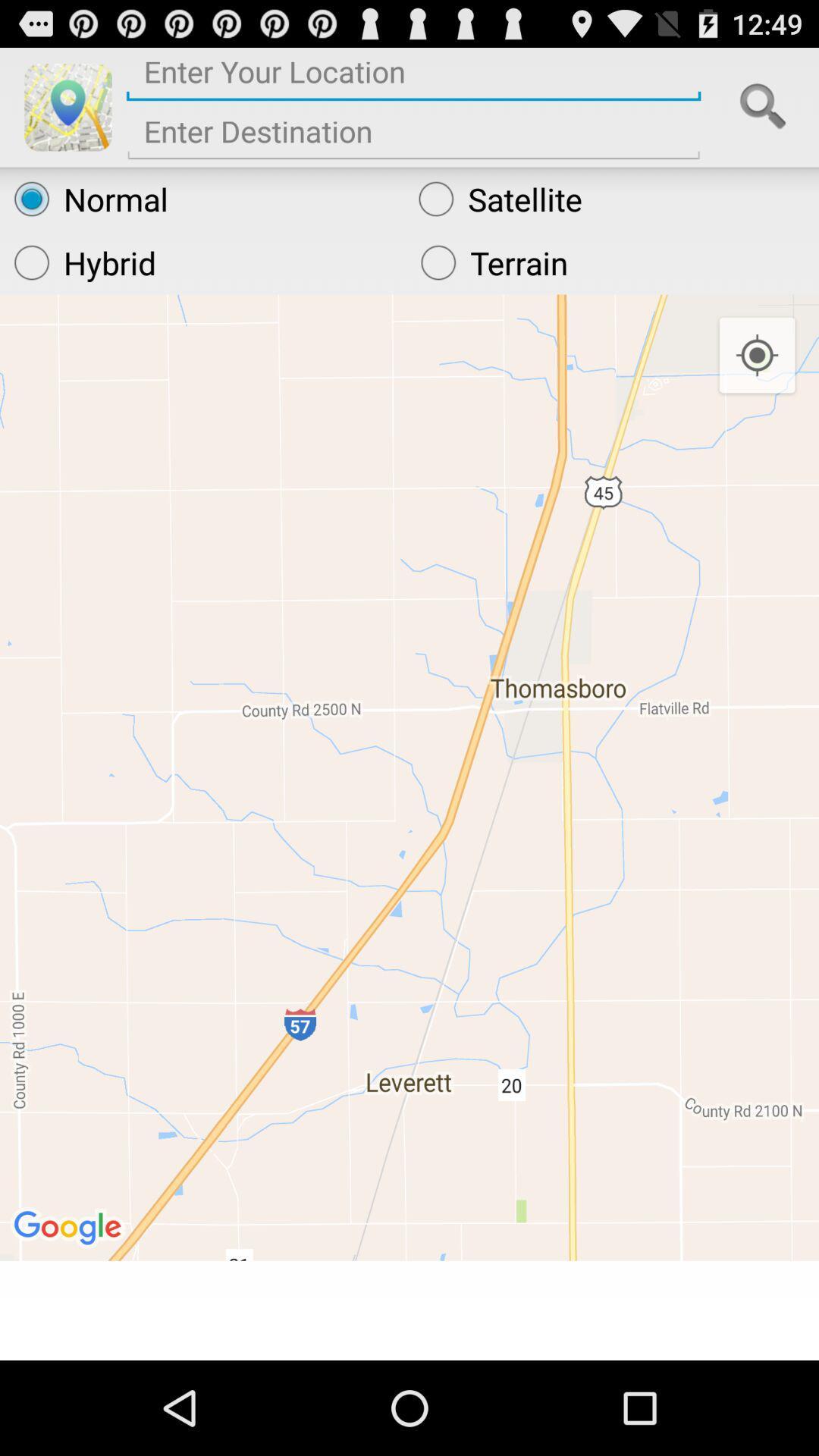 Image resolution: width=819 pixels, height=1456 pixels. Describe the element at coordinates (763, 106) in the screenshot. I see `search icon` at that location.